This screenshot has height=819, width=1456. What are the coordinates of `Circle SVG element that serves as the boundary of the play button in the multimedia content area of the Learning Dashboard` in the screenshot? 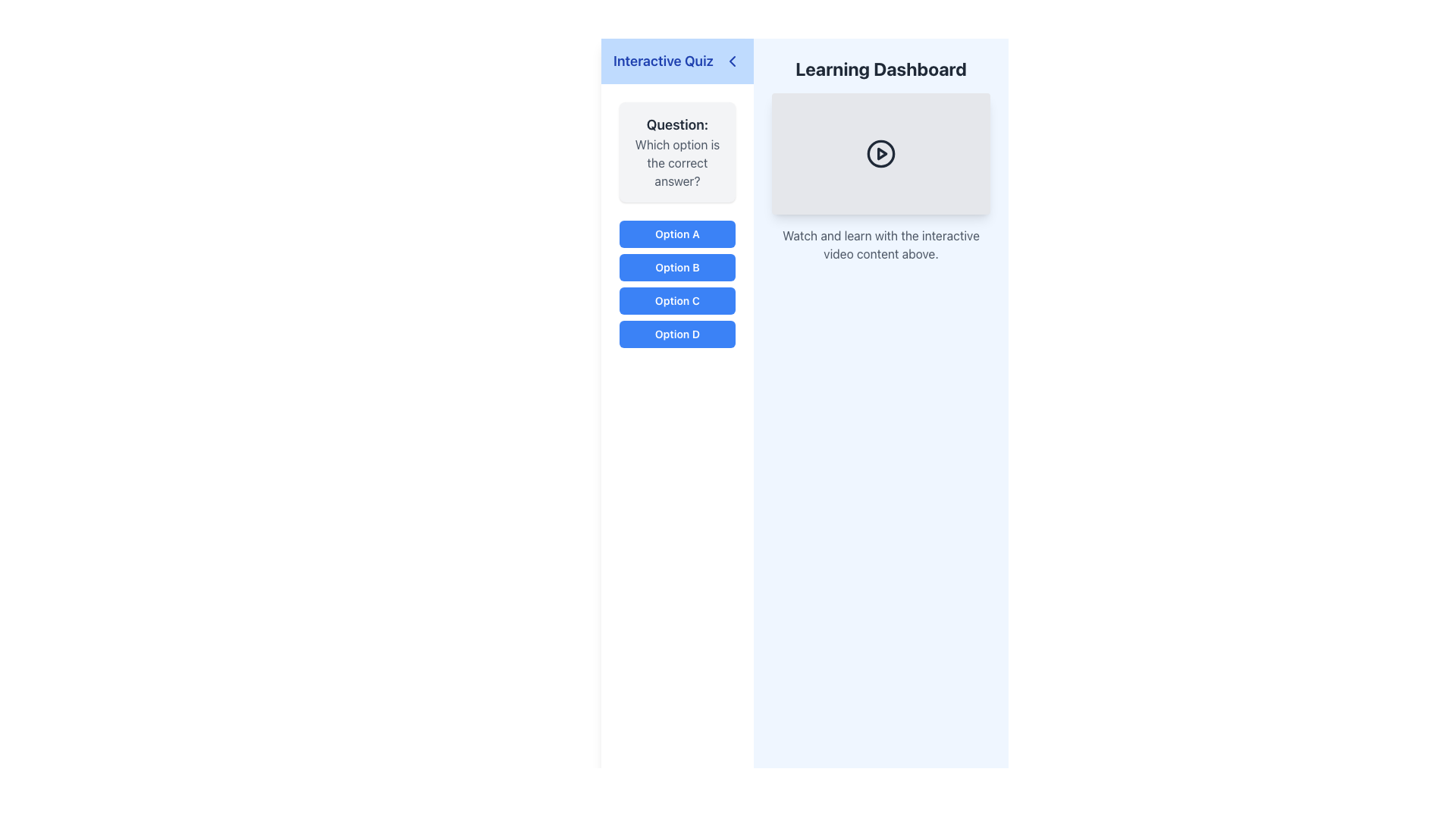 It's located at (880, 154).